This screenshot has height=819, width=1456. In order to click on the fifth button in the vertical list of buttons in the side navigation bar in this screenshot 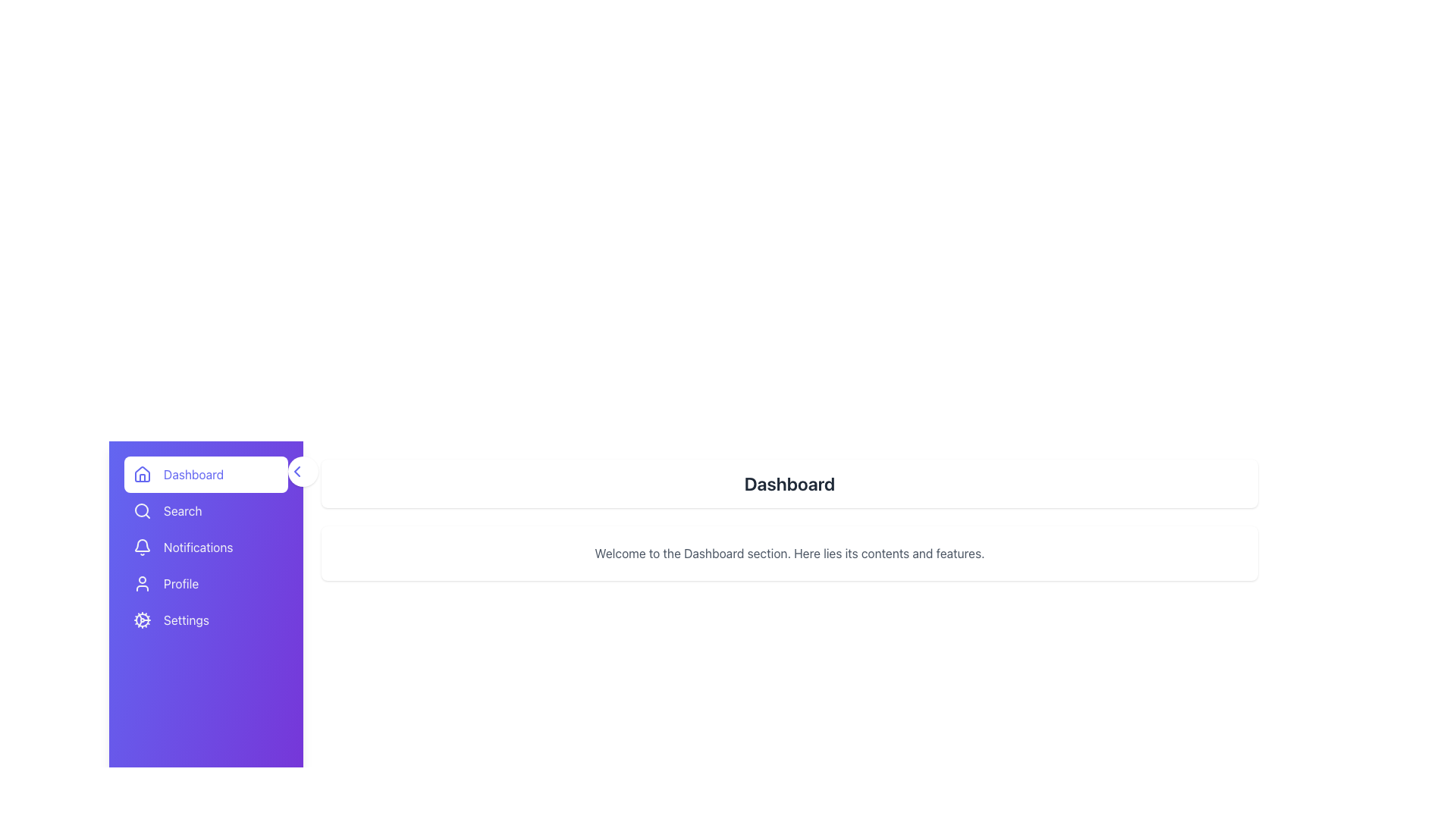, I will do `click(206, 620)`.